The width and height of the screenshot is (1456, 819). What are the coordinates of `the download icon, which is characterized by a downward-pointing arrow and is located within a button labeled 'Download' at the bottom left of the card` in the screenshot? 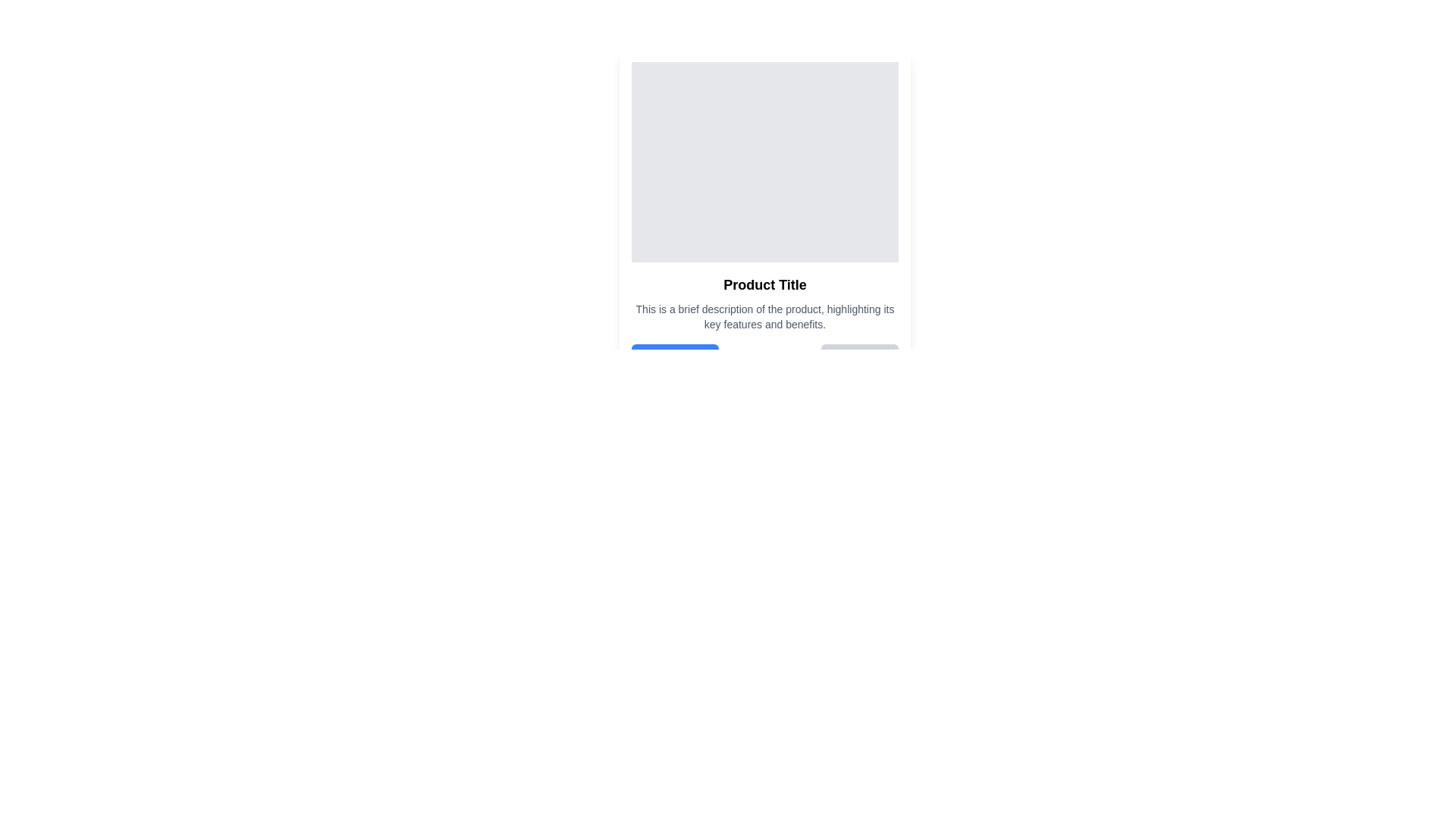 It's located at (647, 357).